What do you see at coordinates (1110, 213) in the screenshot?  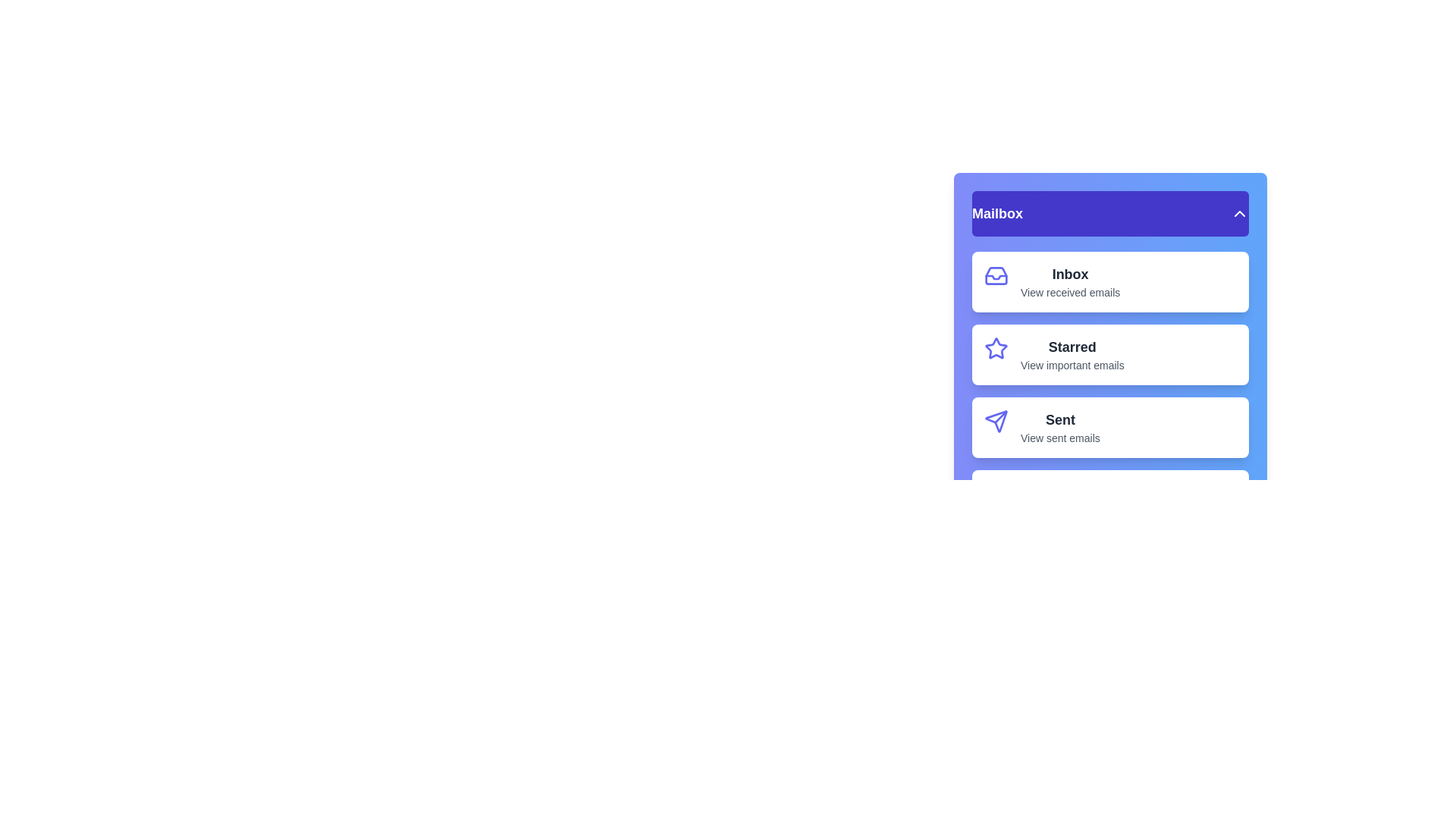 I see `the 'Mailbox' button to toggle the menu visibility` at bounding box center [1110, 213].